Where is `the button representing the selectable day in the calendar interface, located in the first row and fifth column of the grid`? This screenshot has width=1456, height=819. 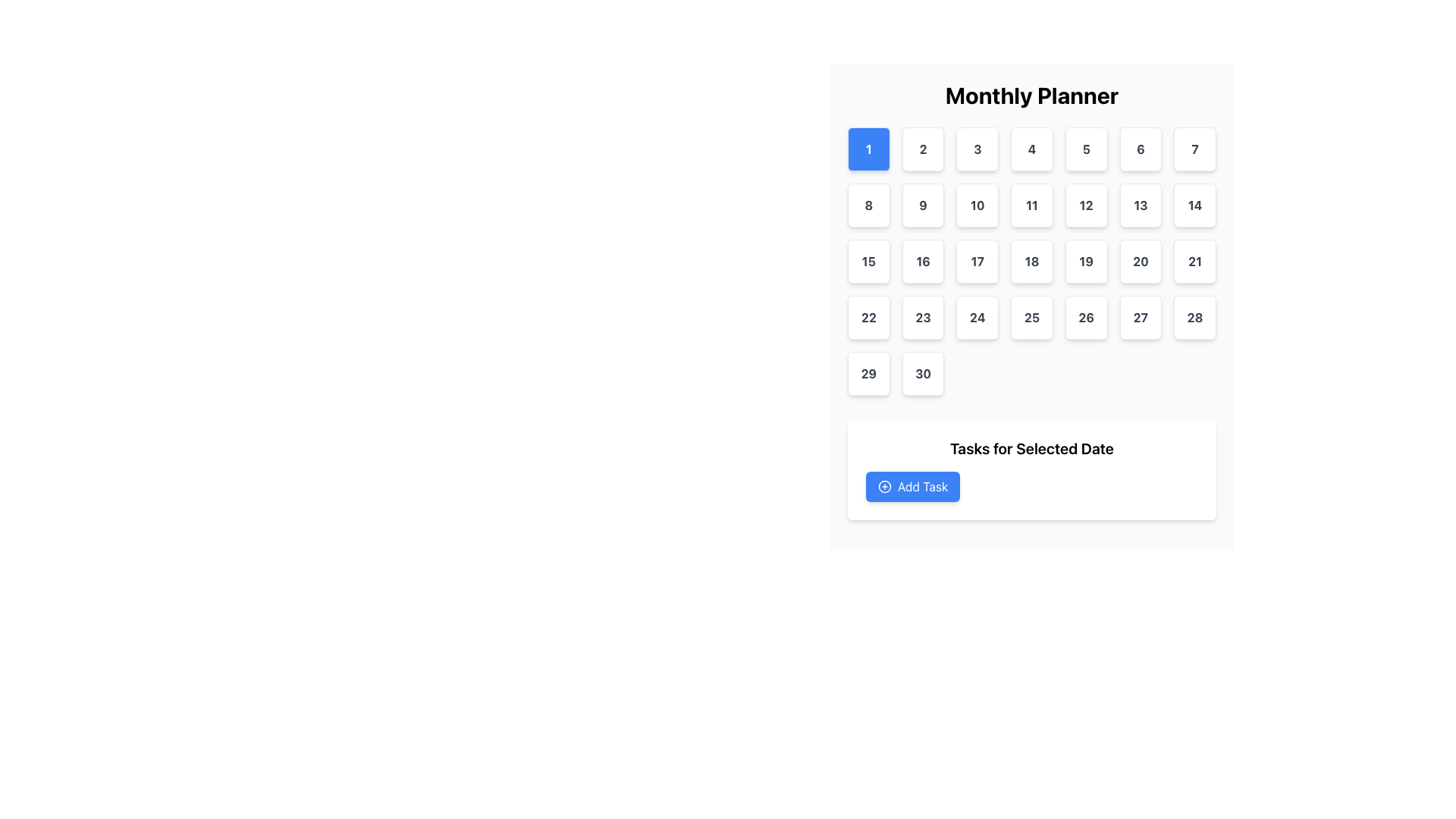 the button representing the selectable day in the calendar interface, located in the first row and fifth column of the grid is located at coordinates (1085, 149).